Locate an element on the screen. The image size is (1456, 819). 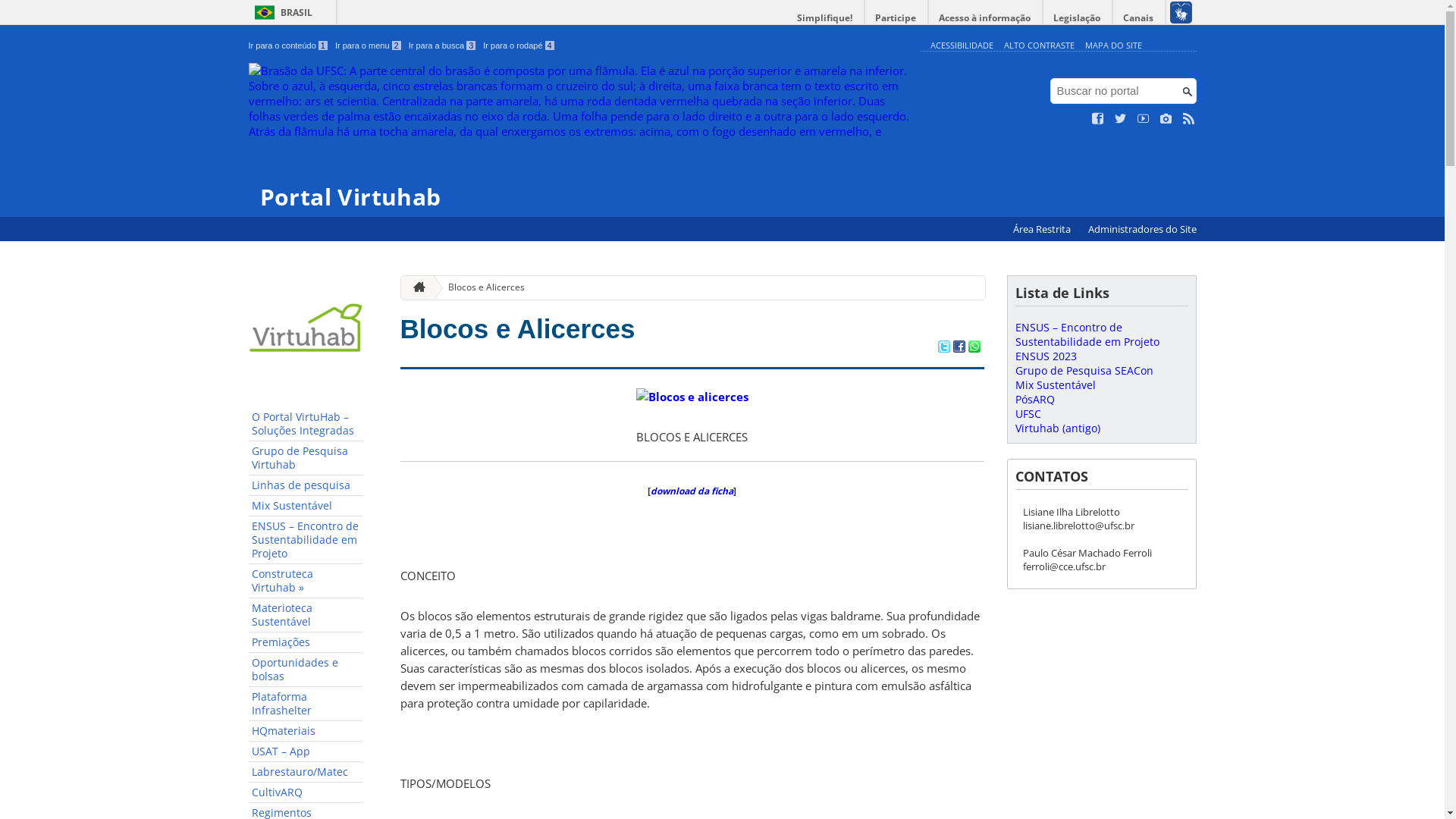
'BRASIL' is located at coordinates (281, 12).